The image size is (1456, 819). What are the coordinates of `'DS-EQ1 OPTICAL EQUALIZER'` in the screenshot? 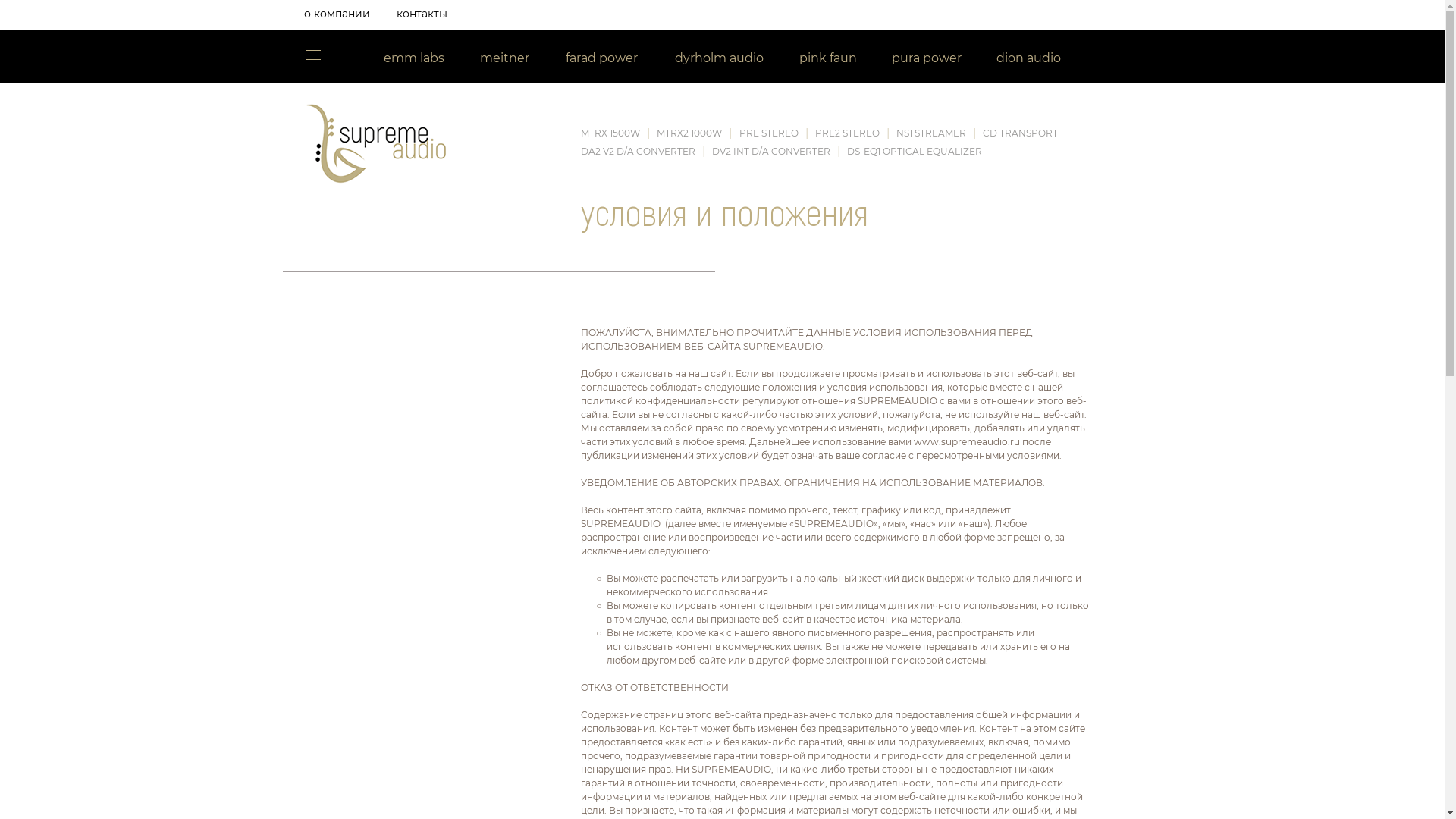 It's located at (913, 151).